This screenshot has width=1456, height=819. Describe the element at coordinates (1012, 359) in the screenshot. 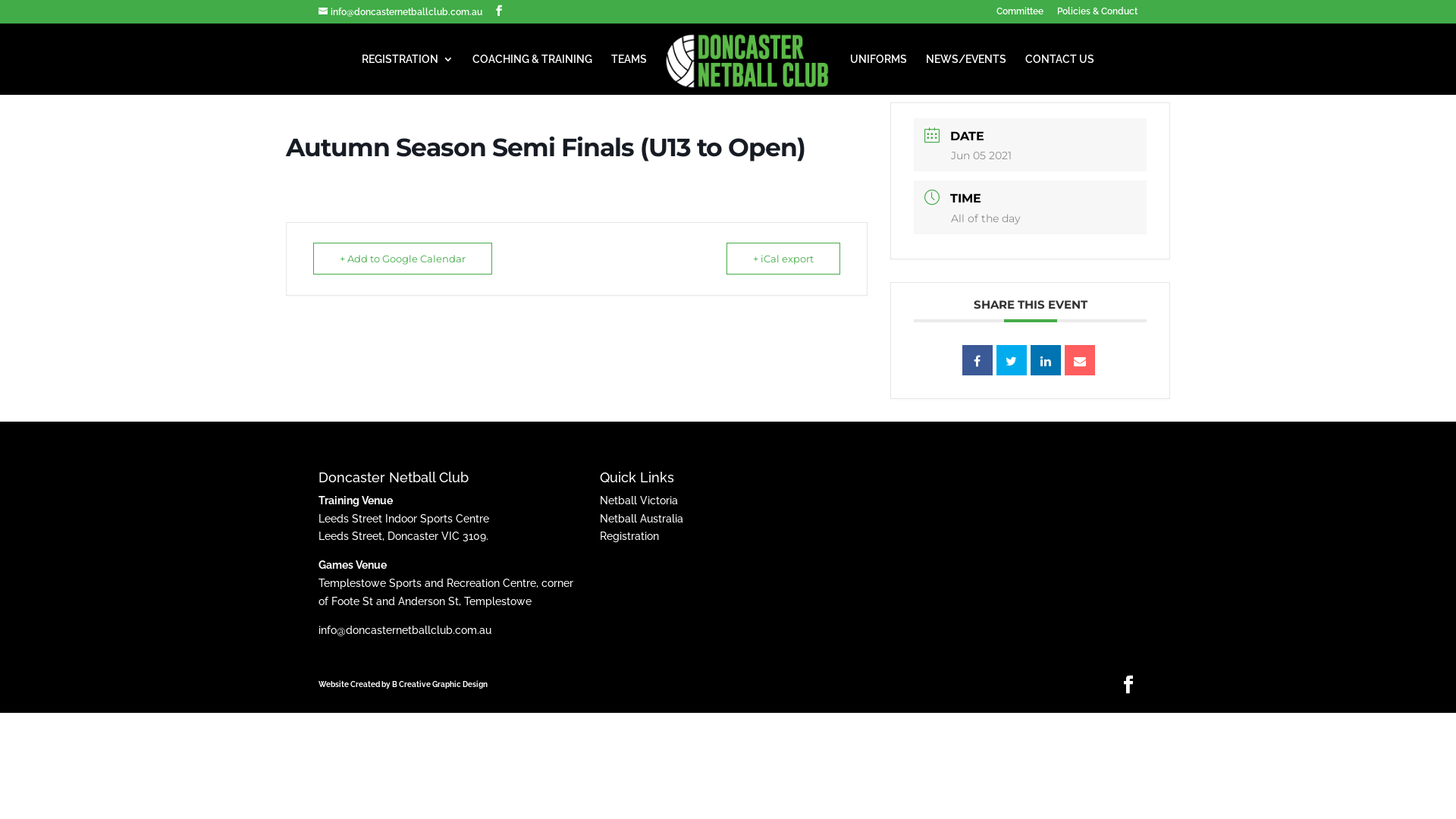

I see `'Tweet'` at that location.